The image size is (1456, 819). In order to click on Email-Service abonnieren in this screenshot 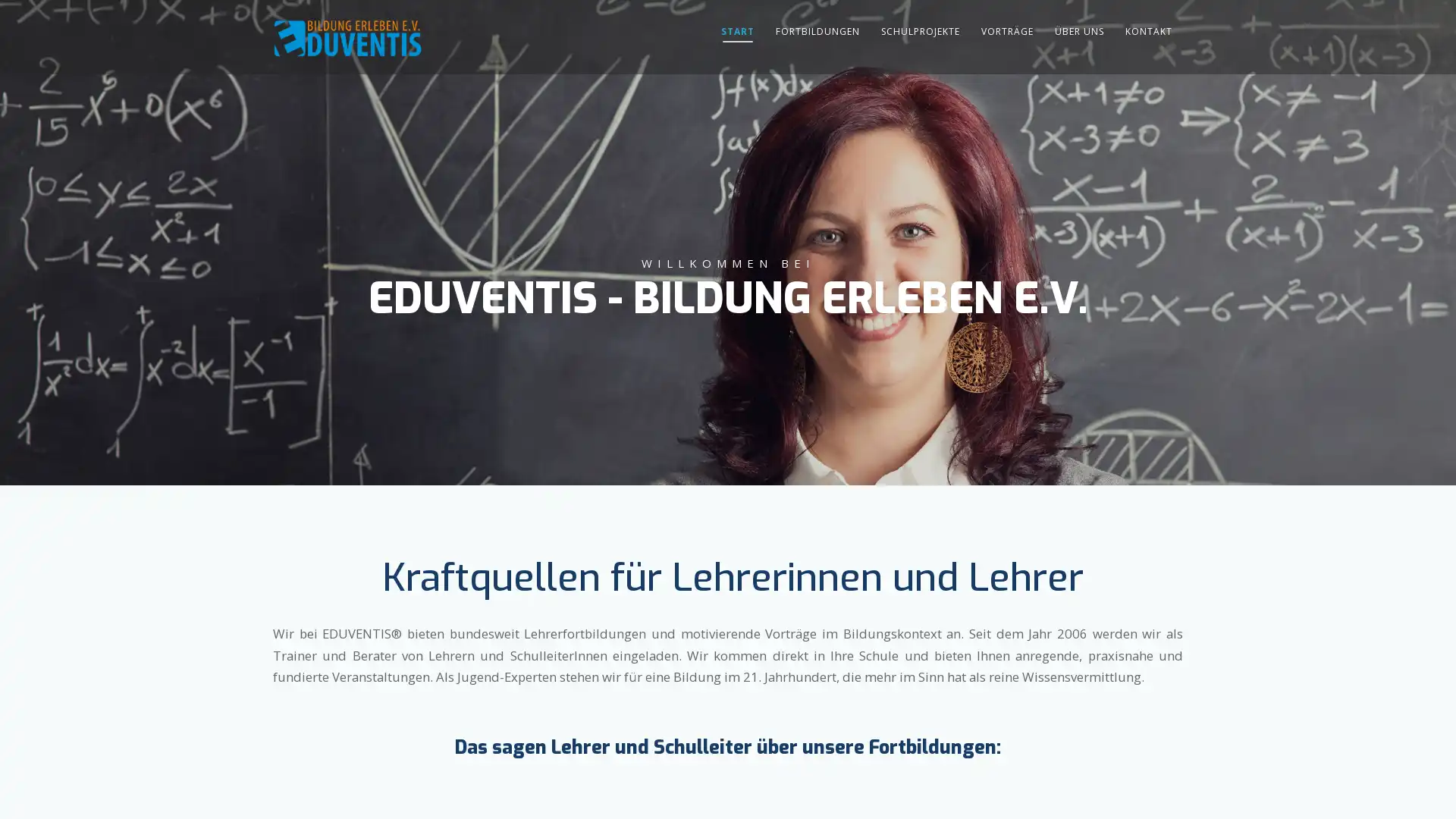, I will do `click(986, 512)`.